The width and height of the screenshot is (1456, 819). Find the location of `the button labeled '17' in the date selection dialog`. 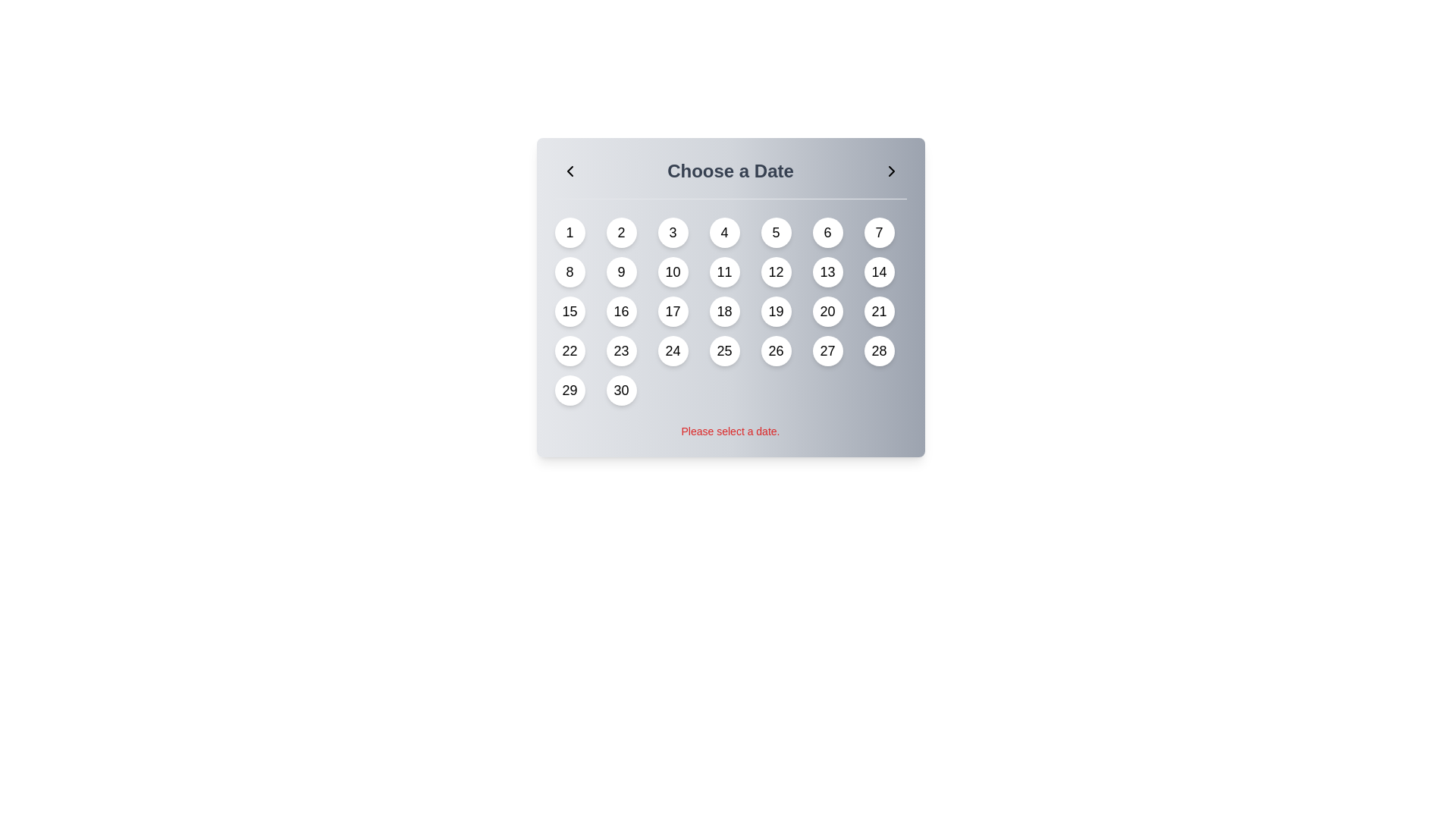

the button labeled '17' in the date selection dialog is located at coordinates (672, 311).